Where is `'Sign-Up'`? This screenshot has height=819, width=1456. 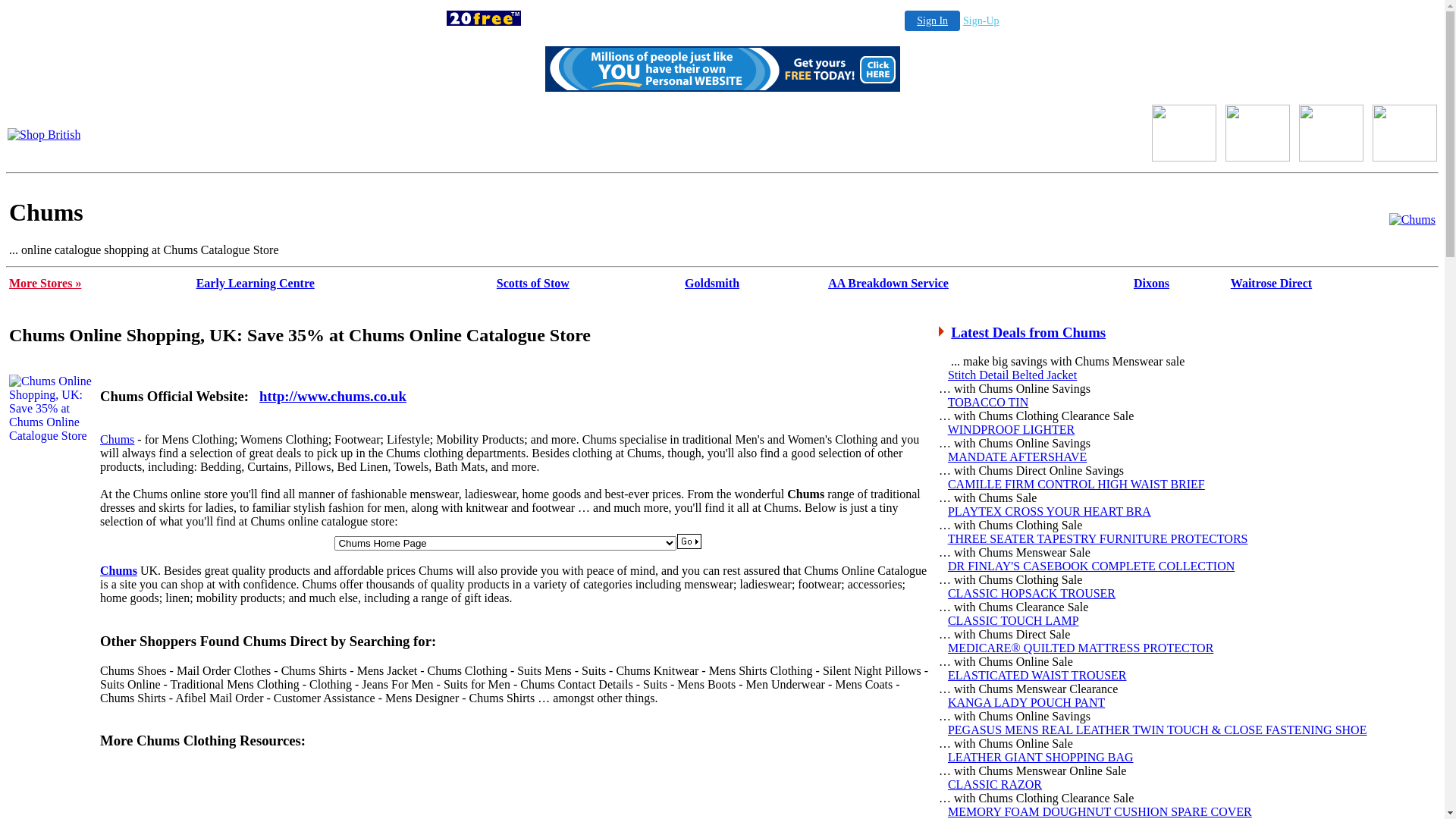 'Sign-Up' is located at coordinates (981, 20).